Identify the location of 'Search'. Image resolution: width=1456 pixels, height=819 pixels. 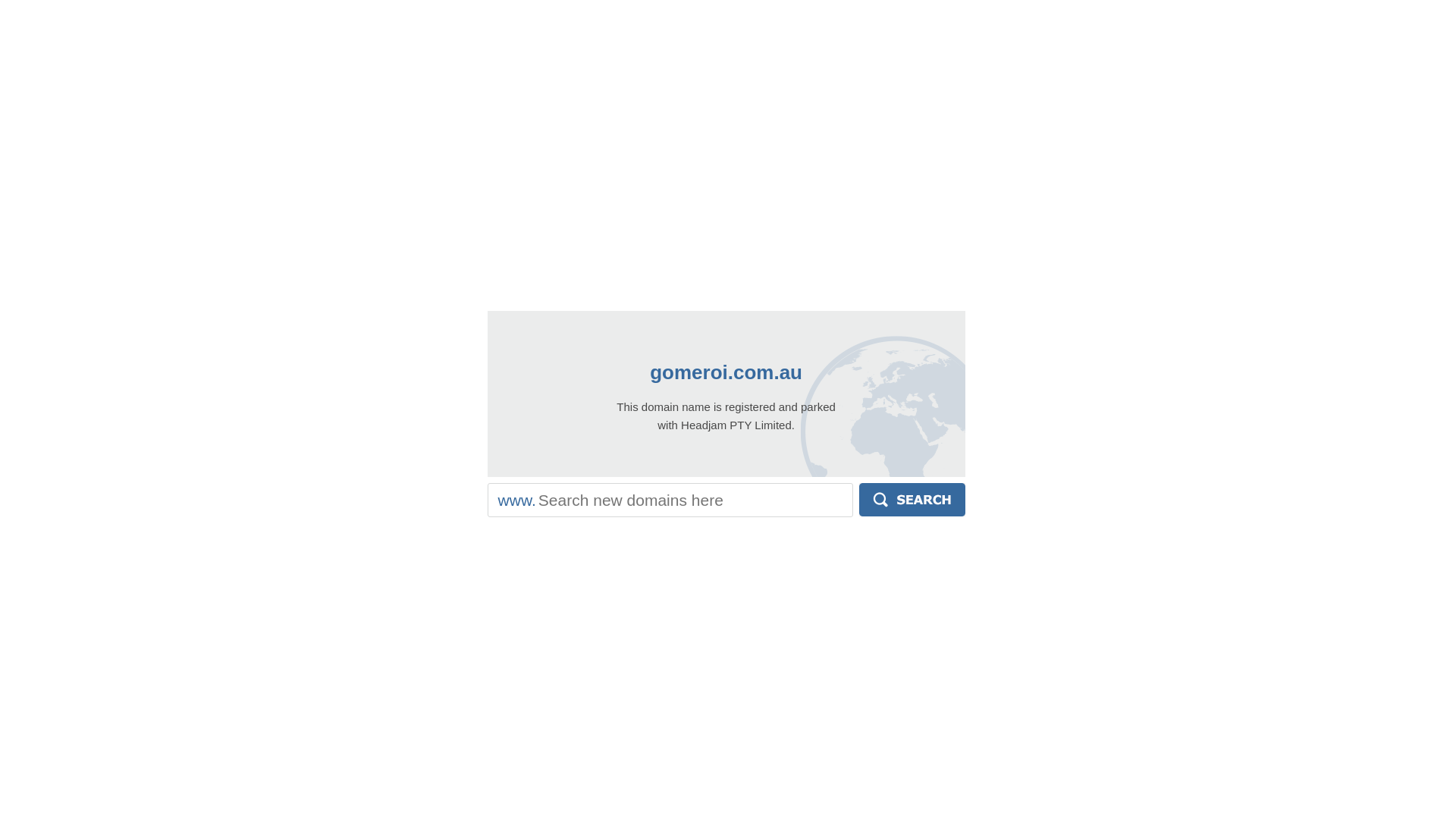
(912, 500).